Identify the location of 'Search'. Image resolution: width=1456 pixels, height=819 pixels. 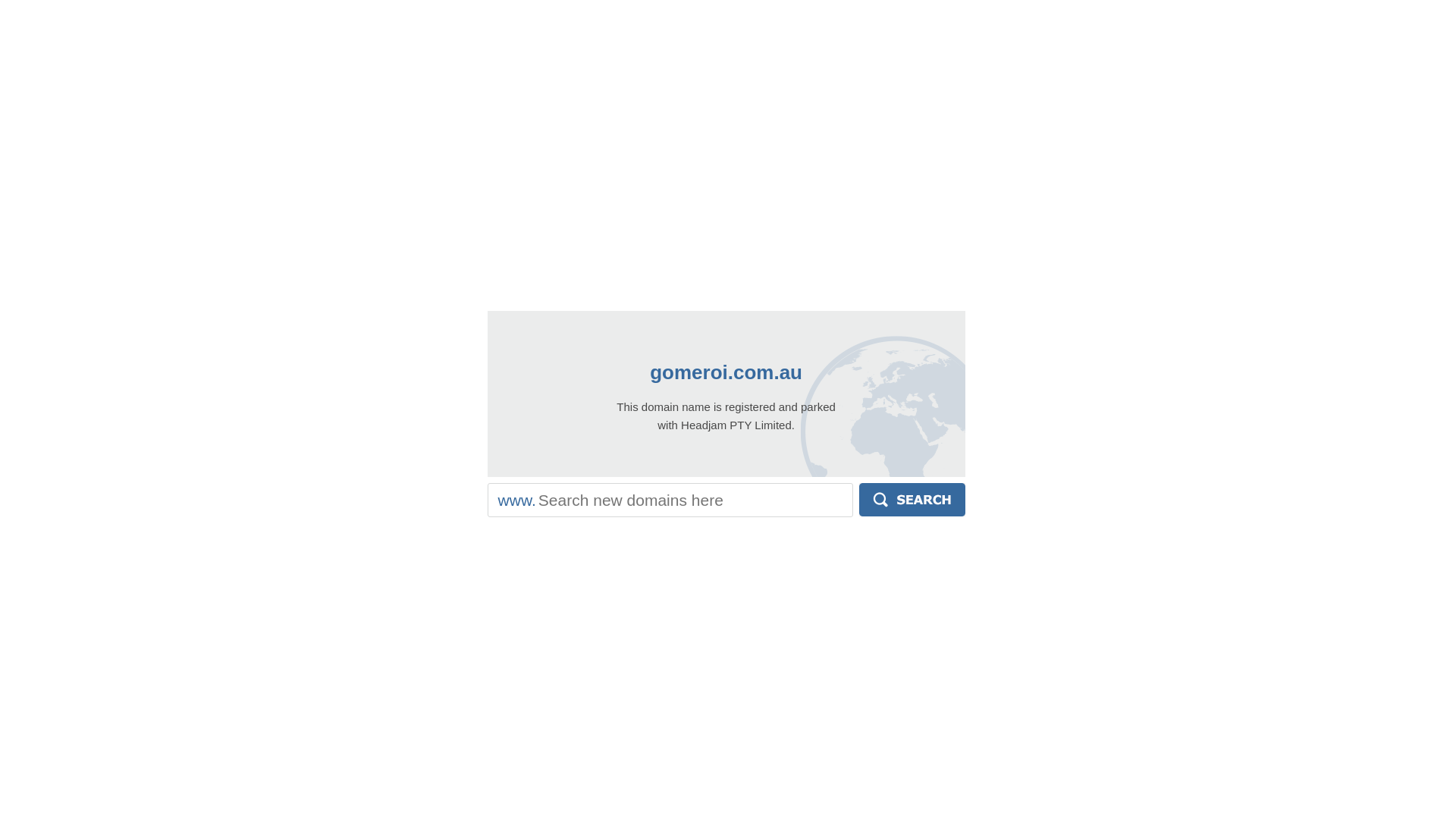
(912, 500).